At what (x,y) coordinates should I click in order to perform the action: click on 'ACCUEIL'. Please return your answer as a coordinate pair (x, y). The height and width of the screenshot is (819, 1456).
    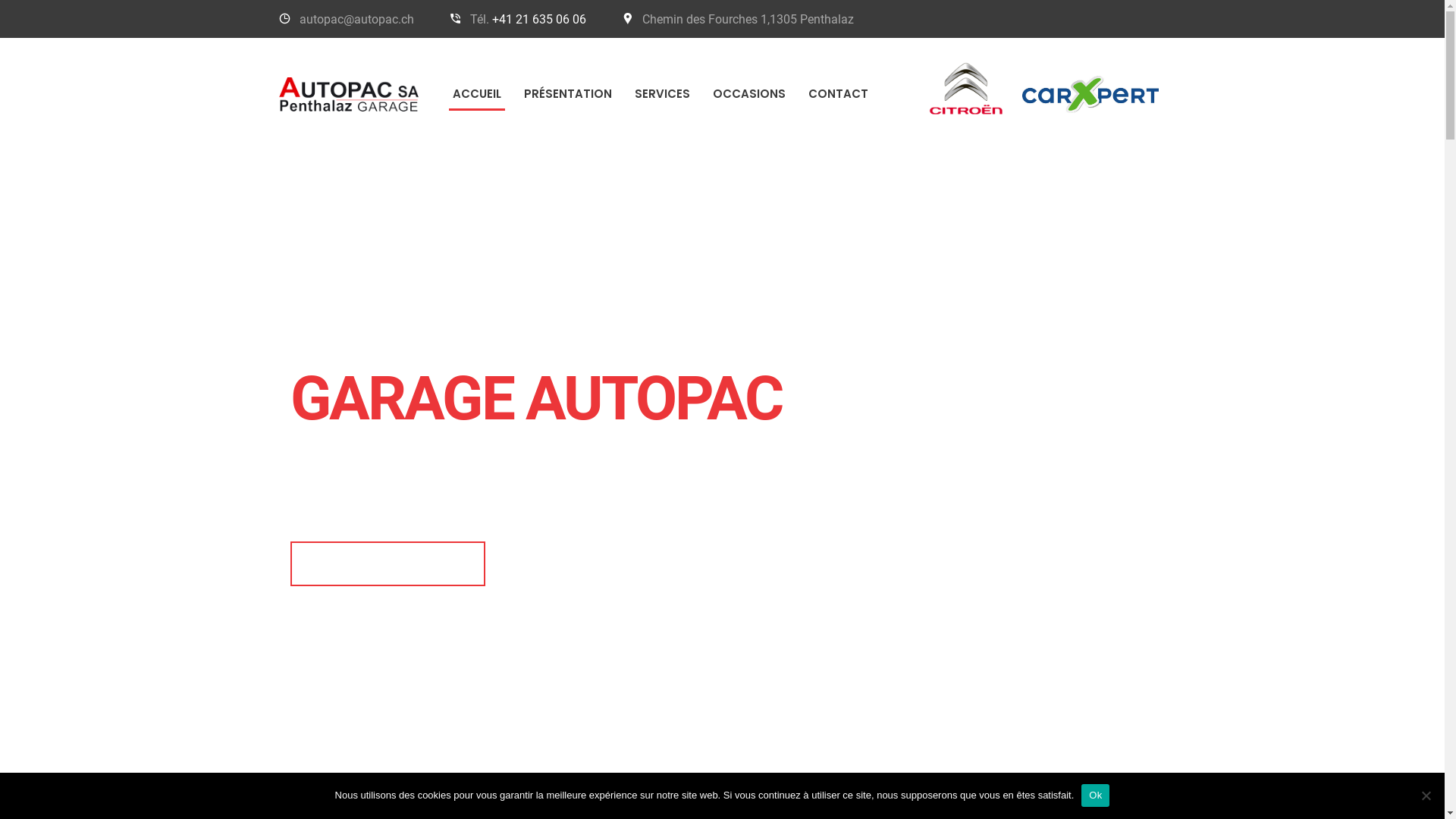
    Looking at the image, I should click on (475, 93).